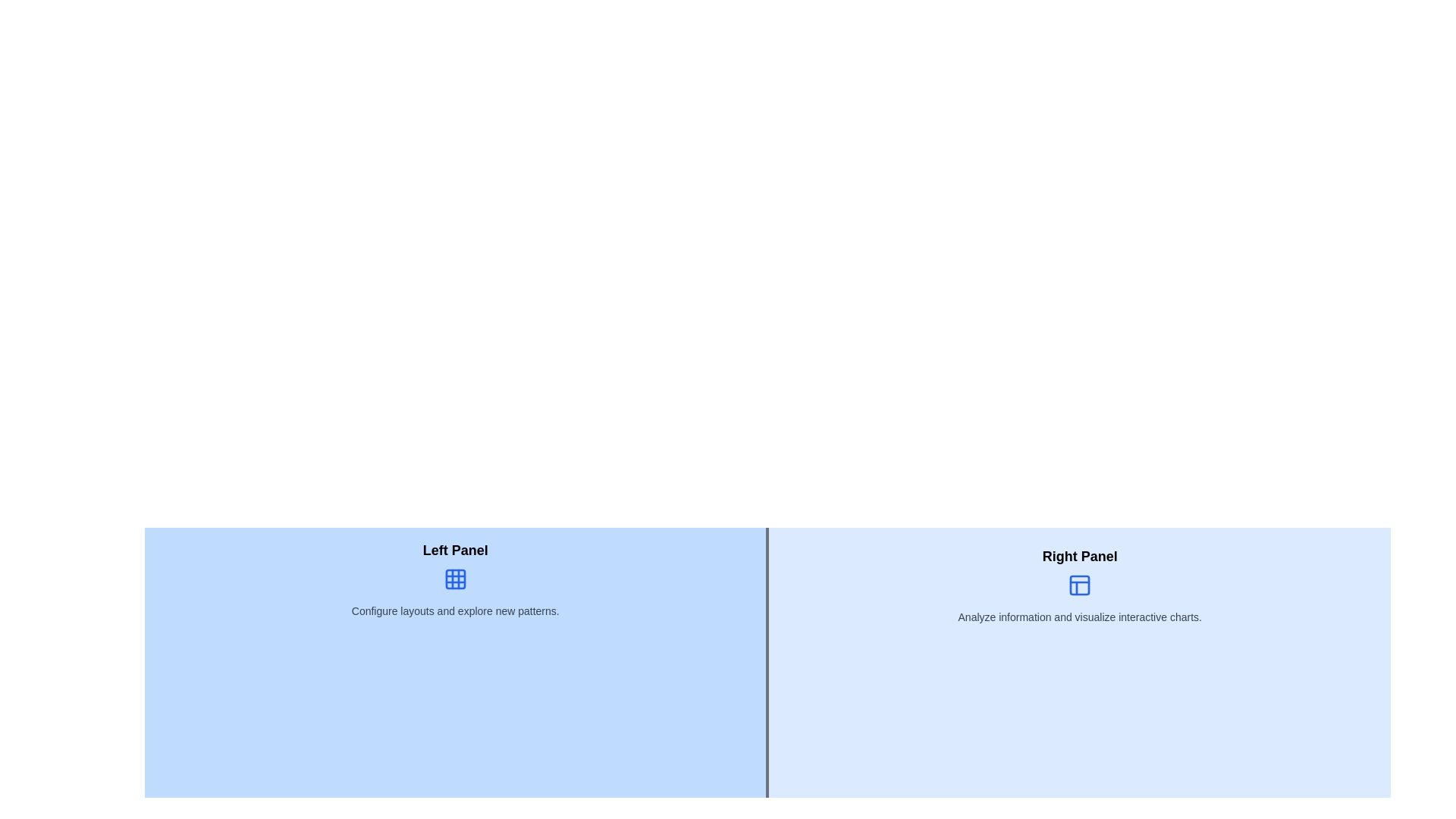 The width and height of the screenshot is (1456, 819). What do you see at coordinates (454, 579) in the screenshot?
I see `the layout options button located in the left panel, directly below the 'Left Panel' title and above the 'Configure layouts and explore new patterns' text` at bounding box center [454, 579].